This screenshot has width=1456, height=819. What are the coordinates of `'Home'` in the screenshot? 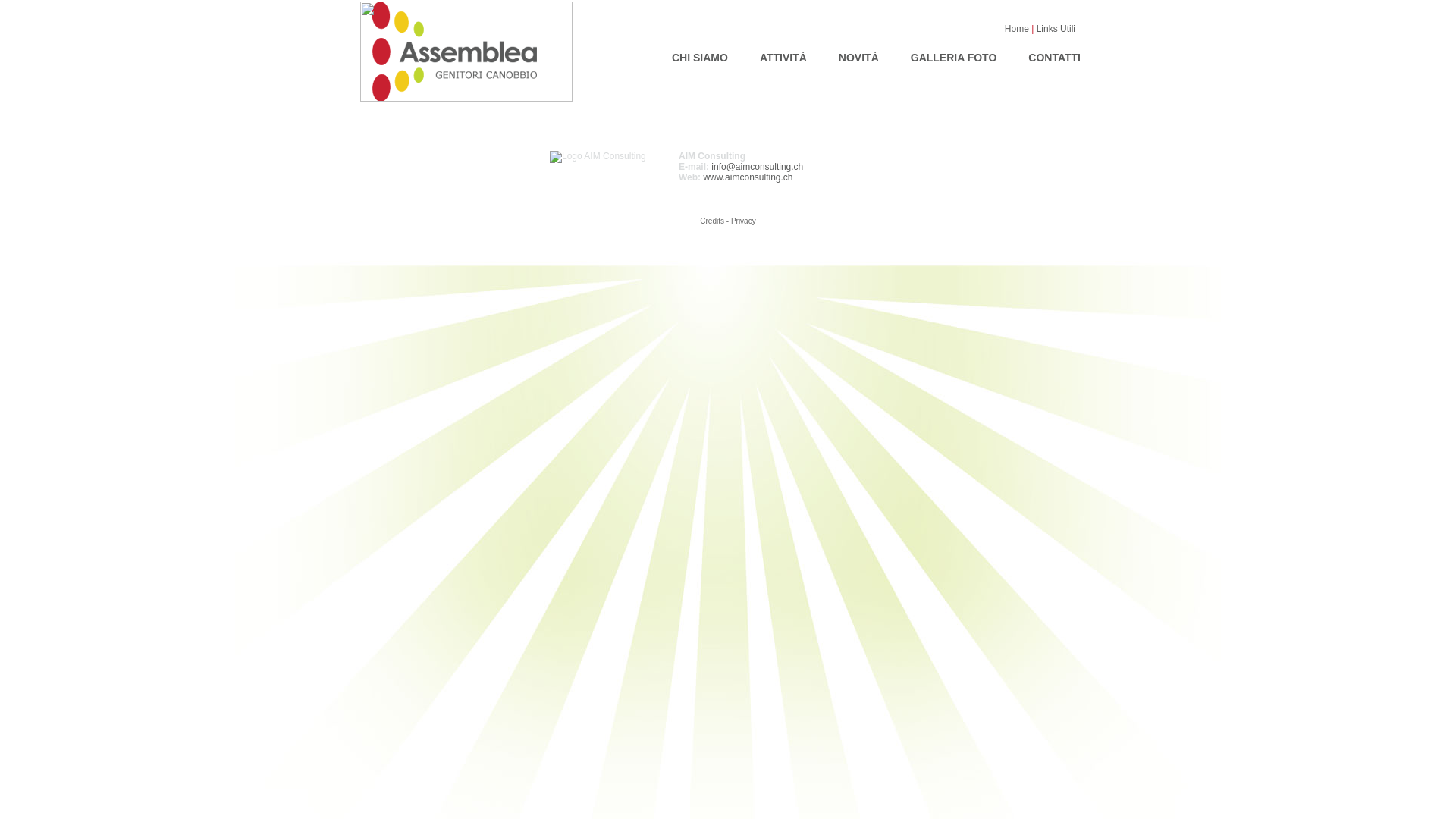 It's located at (1004, 29).